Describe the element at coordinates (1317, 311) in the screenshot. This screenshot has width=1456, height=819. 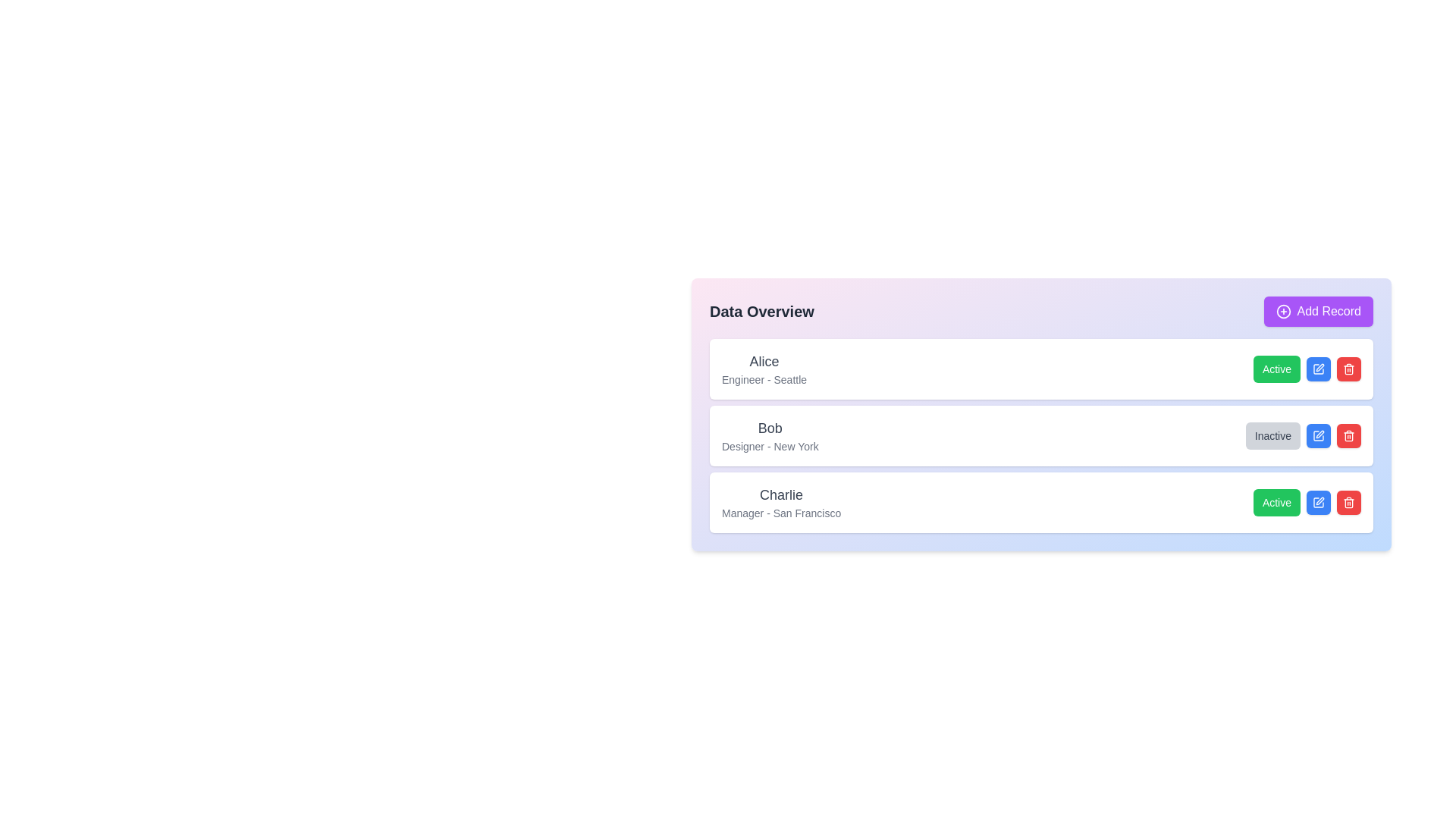
I see `the 'Add New Record' button located in the top-right corner of the 'Data Overview' panel` at that location.